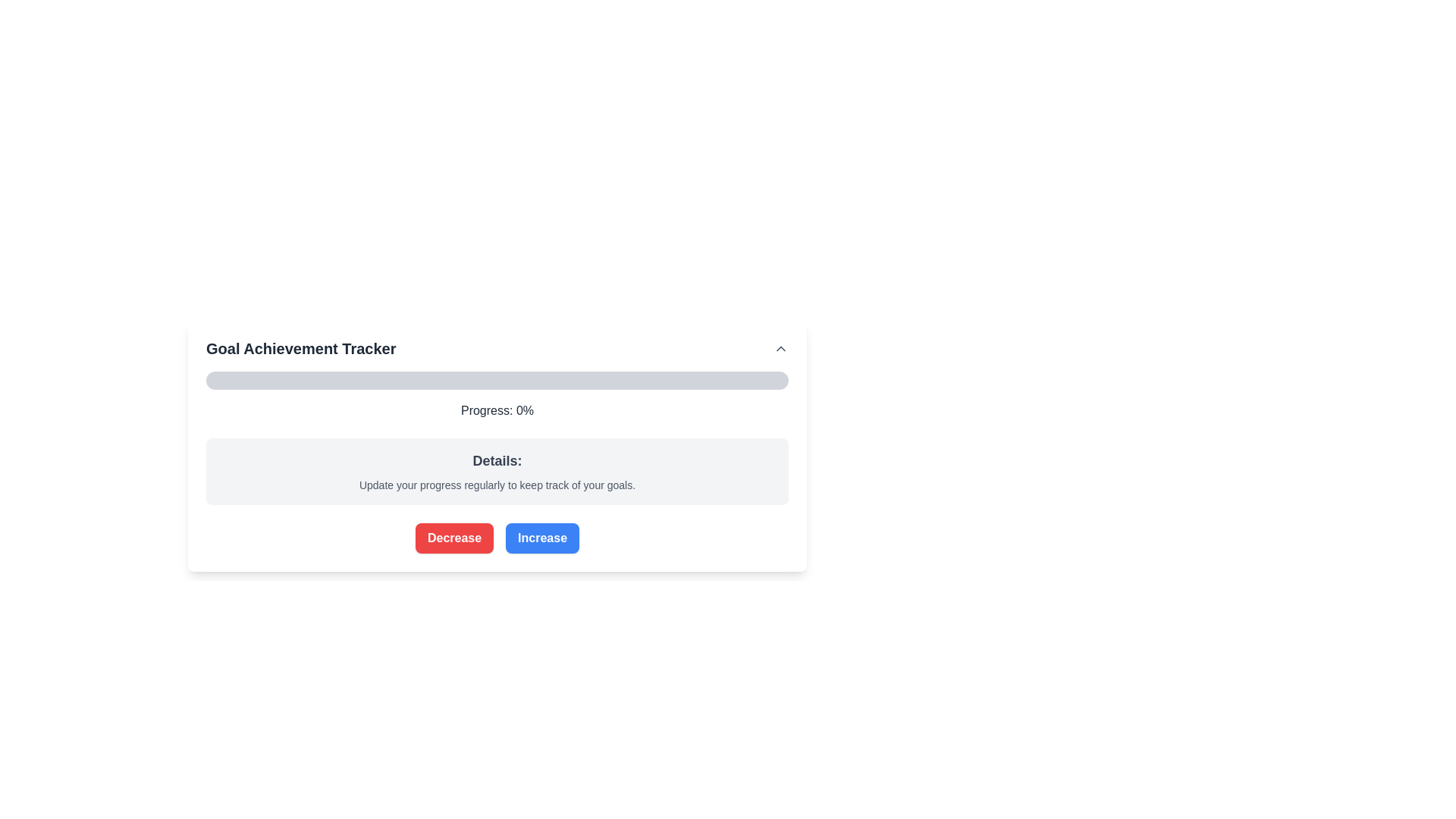 The image size is (1456, 819). I want to click on the button positioned at the bottom center of the layout, directly to the left of the blue button labeled 'Increase', so click(453, 537).